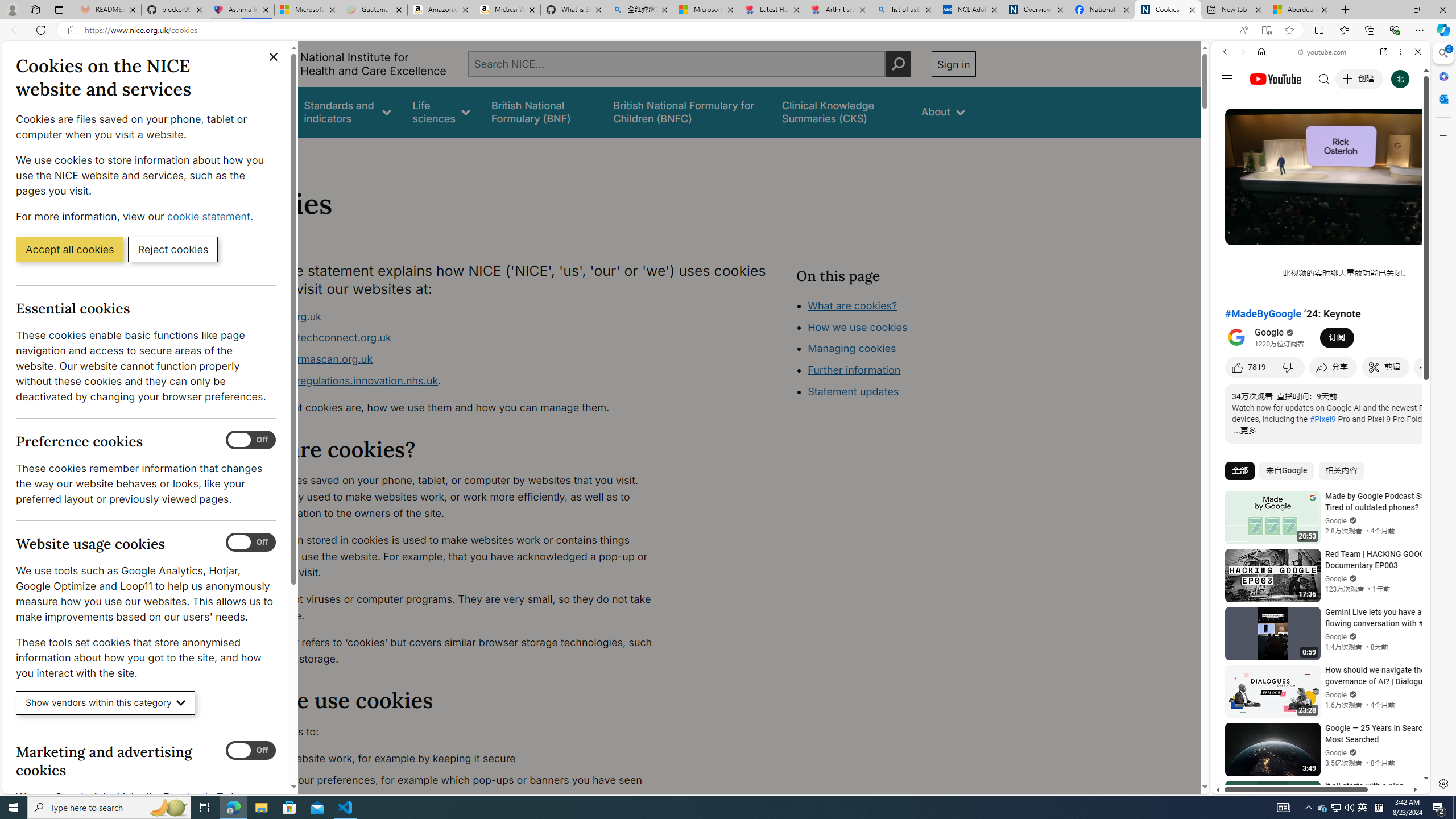 This screenshot has width=1456, height=819. Describe the element at coordinates (851, 305) in the screenshot. I see `'What are cookies?'` at that location.